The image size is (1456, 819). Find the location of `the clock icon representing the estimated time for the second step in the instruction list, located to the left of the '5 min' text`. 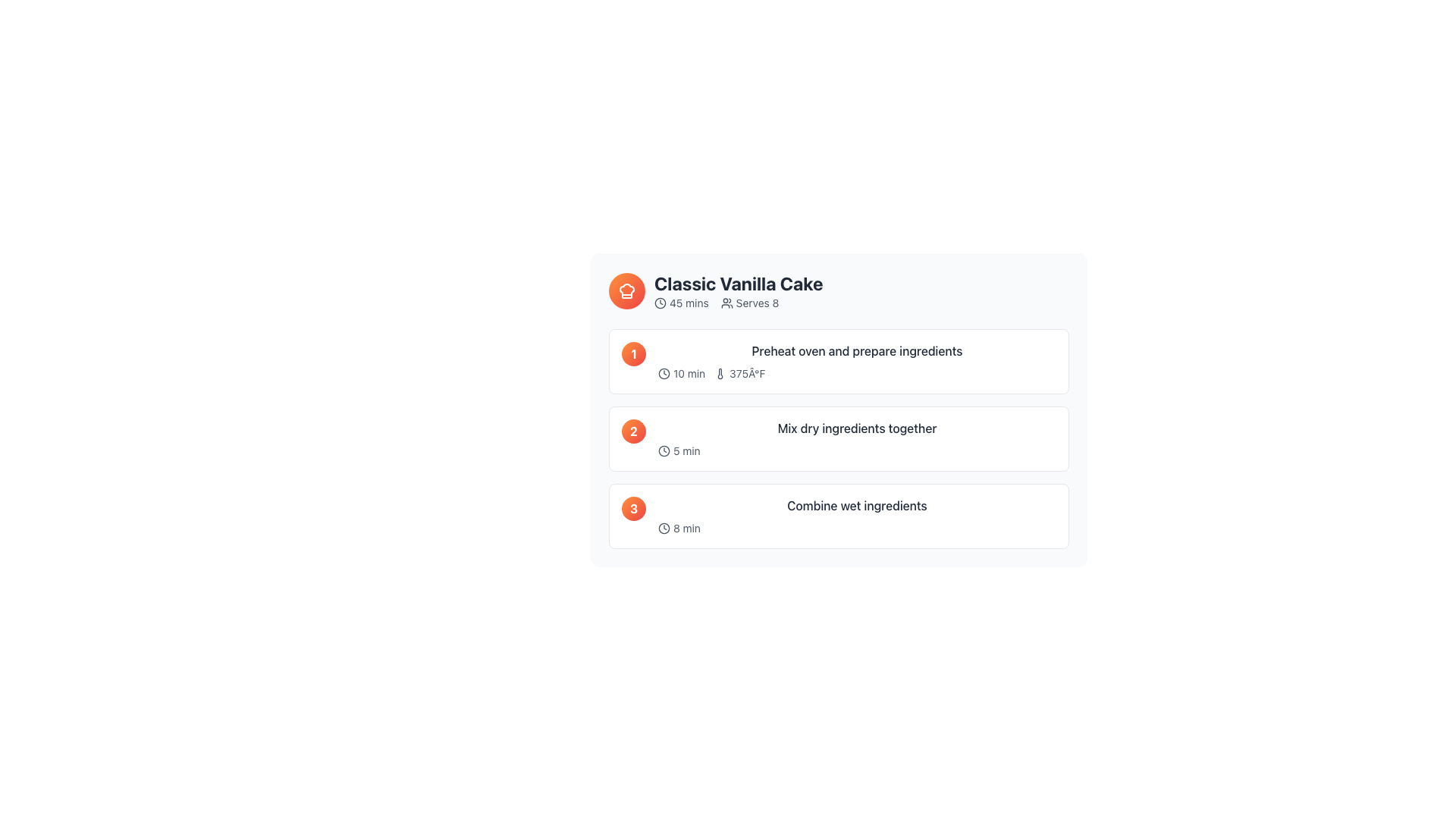

the clock icon representing the estimated time for the second step in the instruction list, located to the left of the '5 min' text is located at coordinates (664, 450).